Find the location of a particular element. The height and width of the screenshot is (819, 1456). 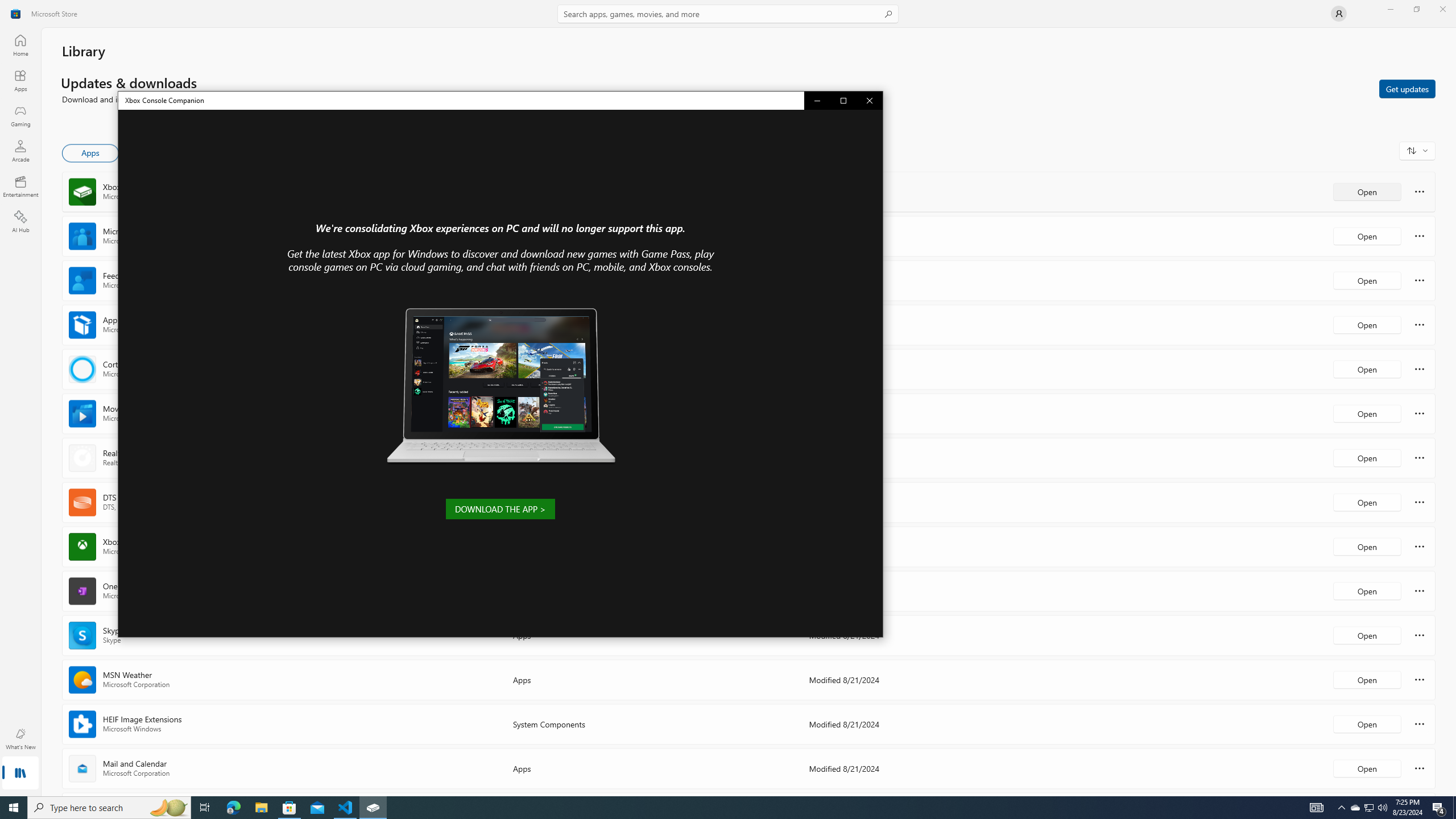

'Close Xbox Console Companion' is located at coordinates (869, 100).